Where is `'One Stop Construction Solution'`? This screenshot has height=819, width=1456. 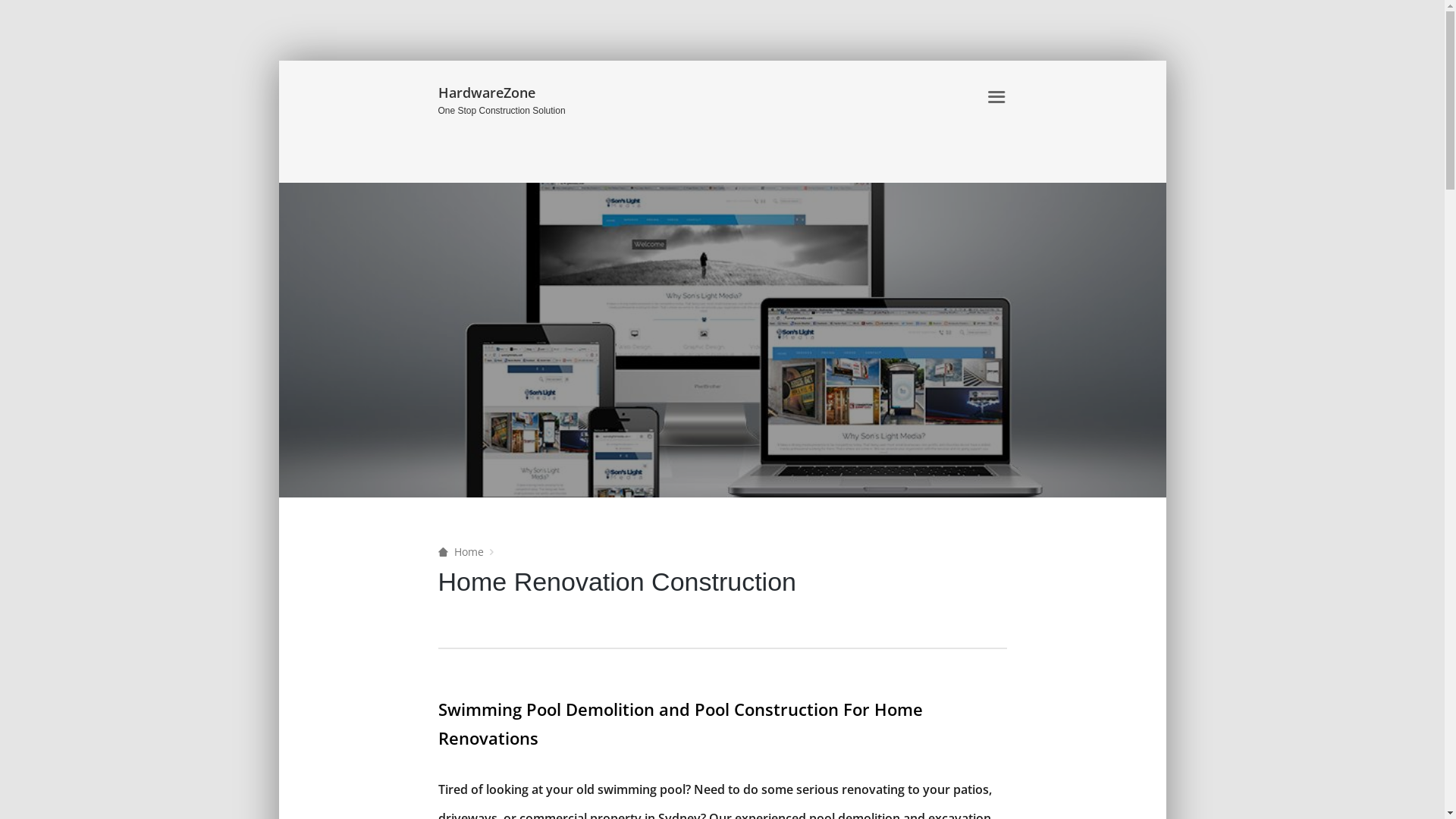
'One Stop Construction Solution' is located at coordinates (437, 111).